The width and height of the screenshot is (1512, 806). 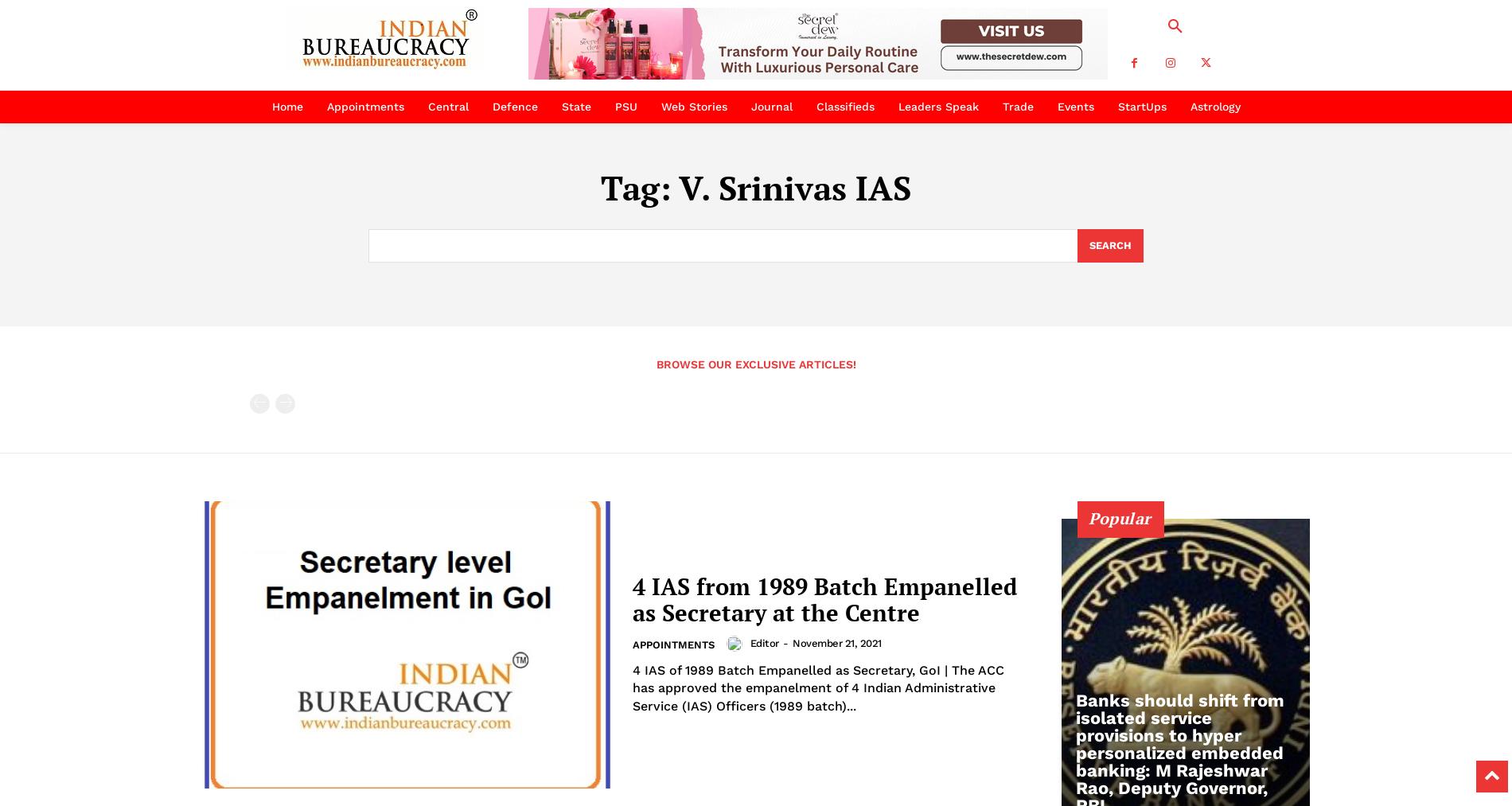 What do you see at coordinates (937, 107) in the screenshot?
I see `'Leaders Speak'` at bounding box center [937, 107].